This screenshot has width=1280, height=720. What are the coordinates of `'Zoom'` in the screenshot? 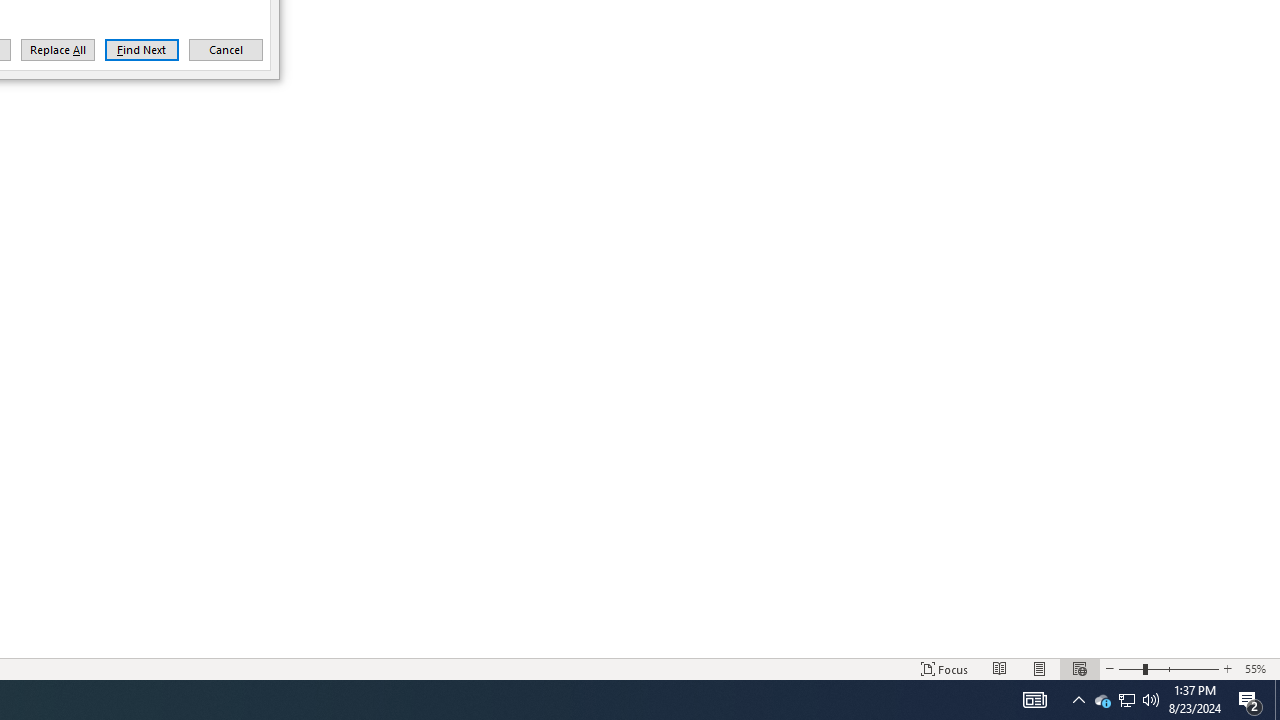 It's located at (1168, 669).